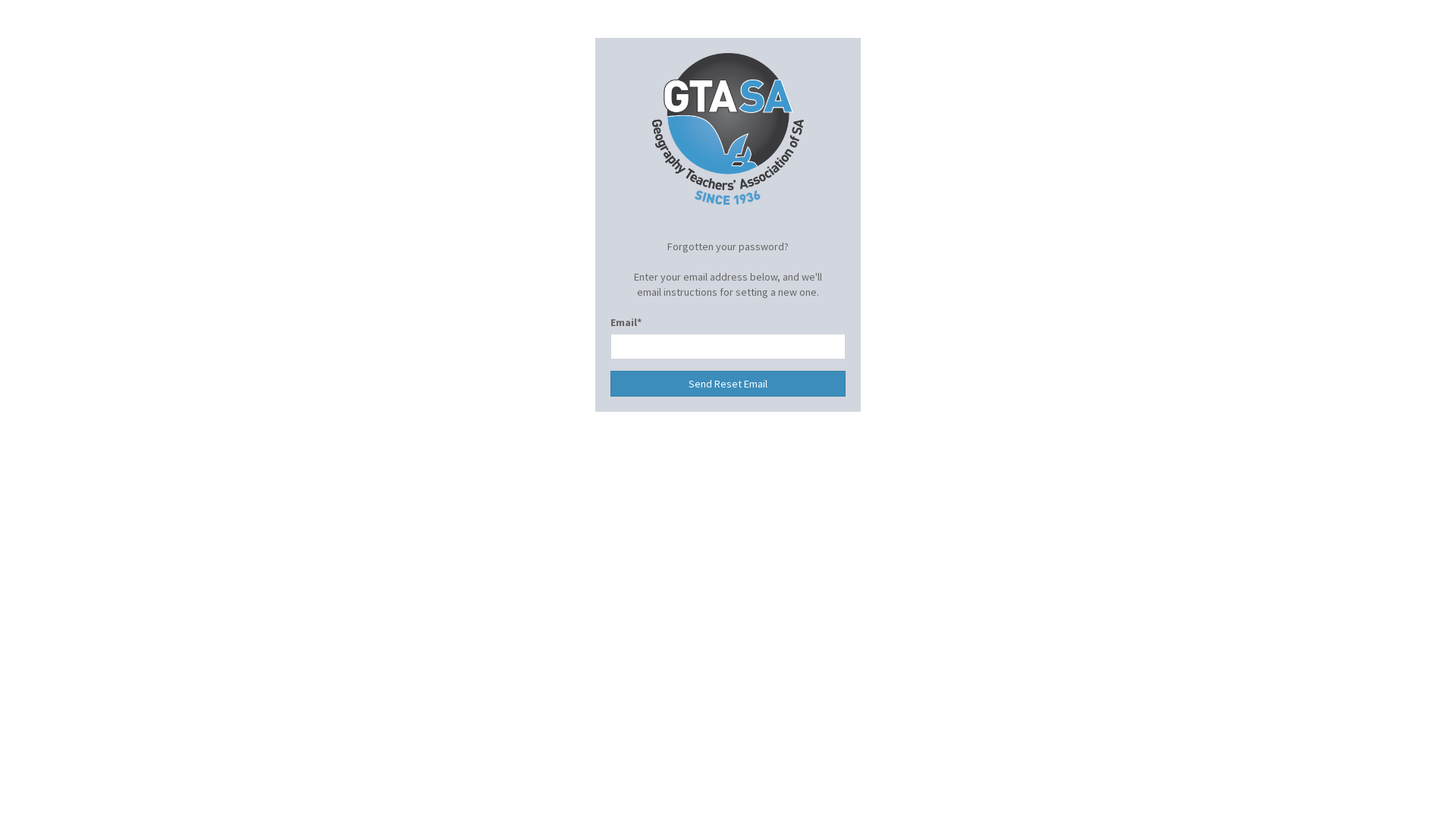 This screenshot has width=1456, height=819. I want to click on 'Send Reset Email', so click(728, 382).